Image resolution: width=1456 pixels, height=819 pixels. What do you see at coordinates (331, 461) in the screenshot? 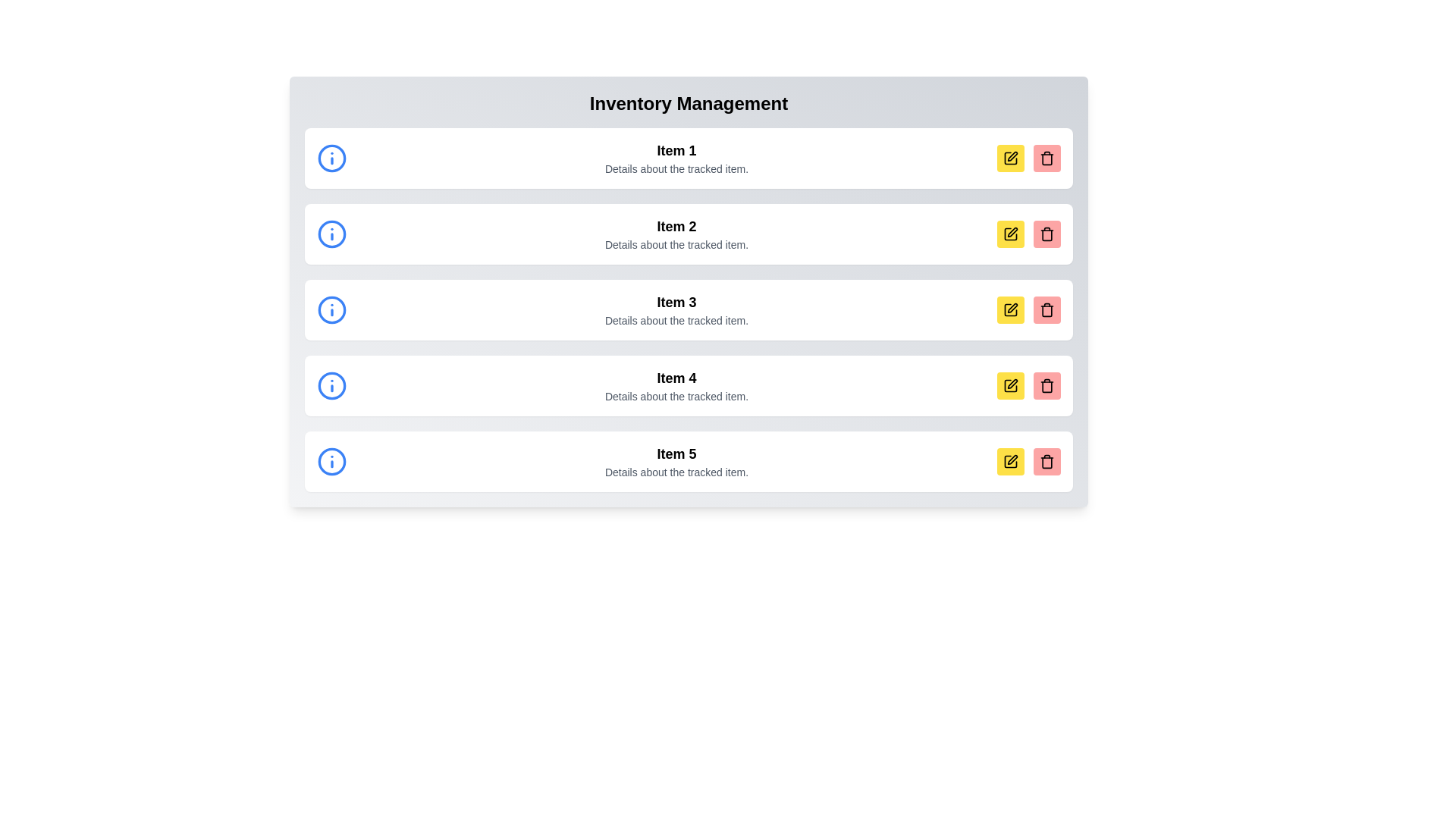
I see `the blue circular icon with an 'i' symbol, located in the row titled 'Item 5' before the textual details` at bounding box center [331, 461].